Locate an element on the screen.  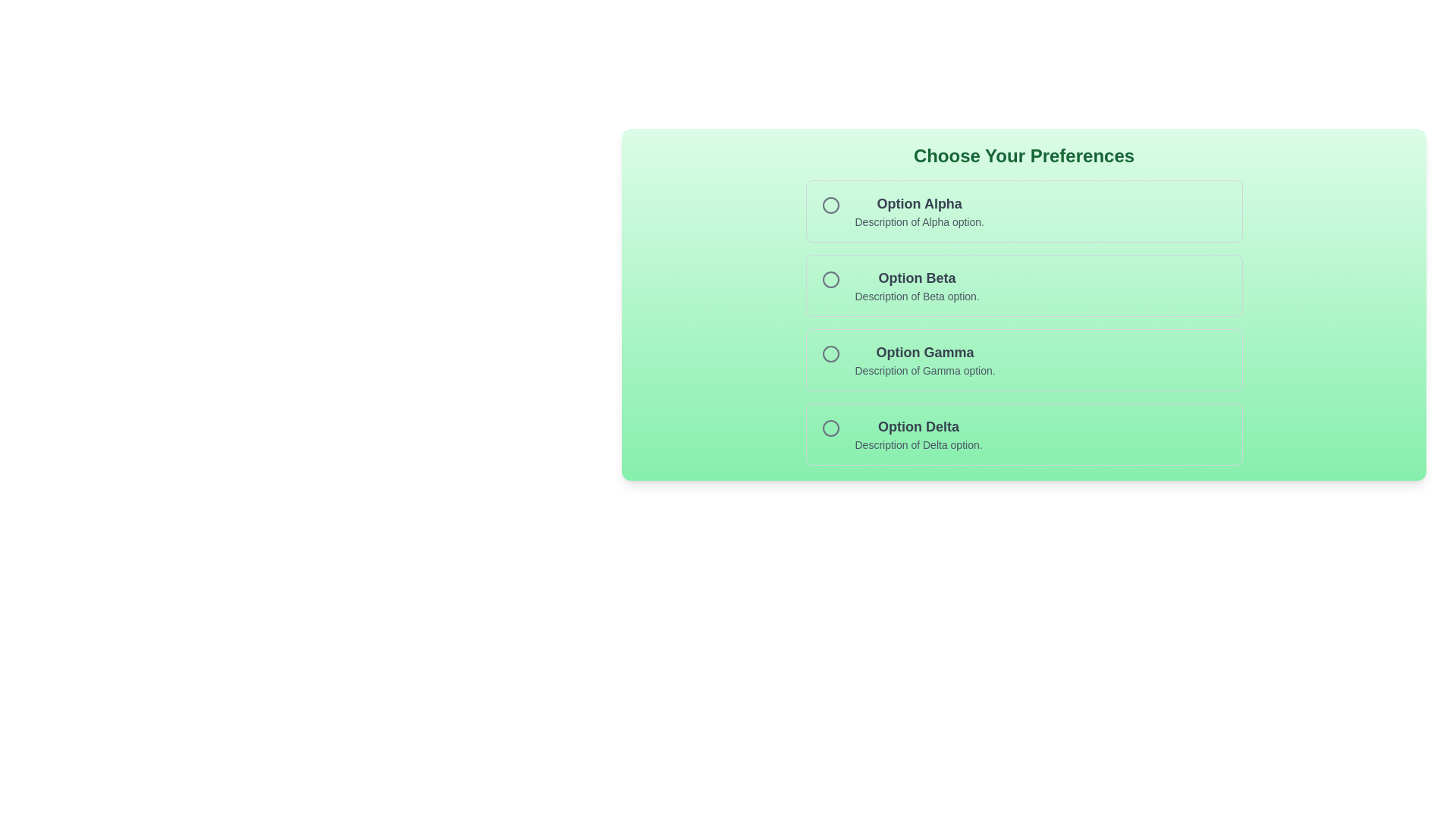
the descriptive text element located below the 'Option Beta' heading in the second option row of the vertically arranged list of selectable preferences is located at coordinates (916, 296).